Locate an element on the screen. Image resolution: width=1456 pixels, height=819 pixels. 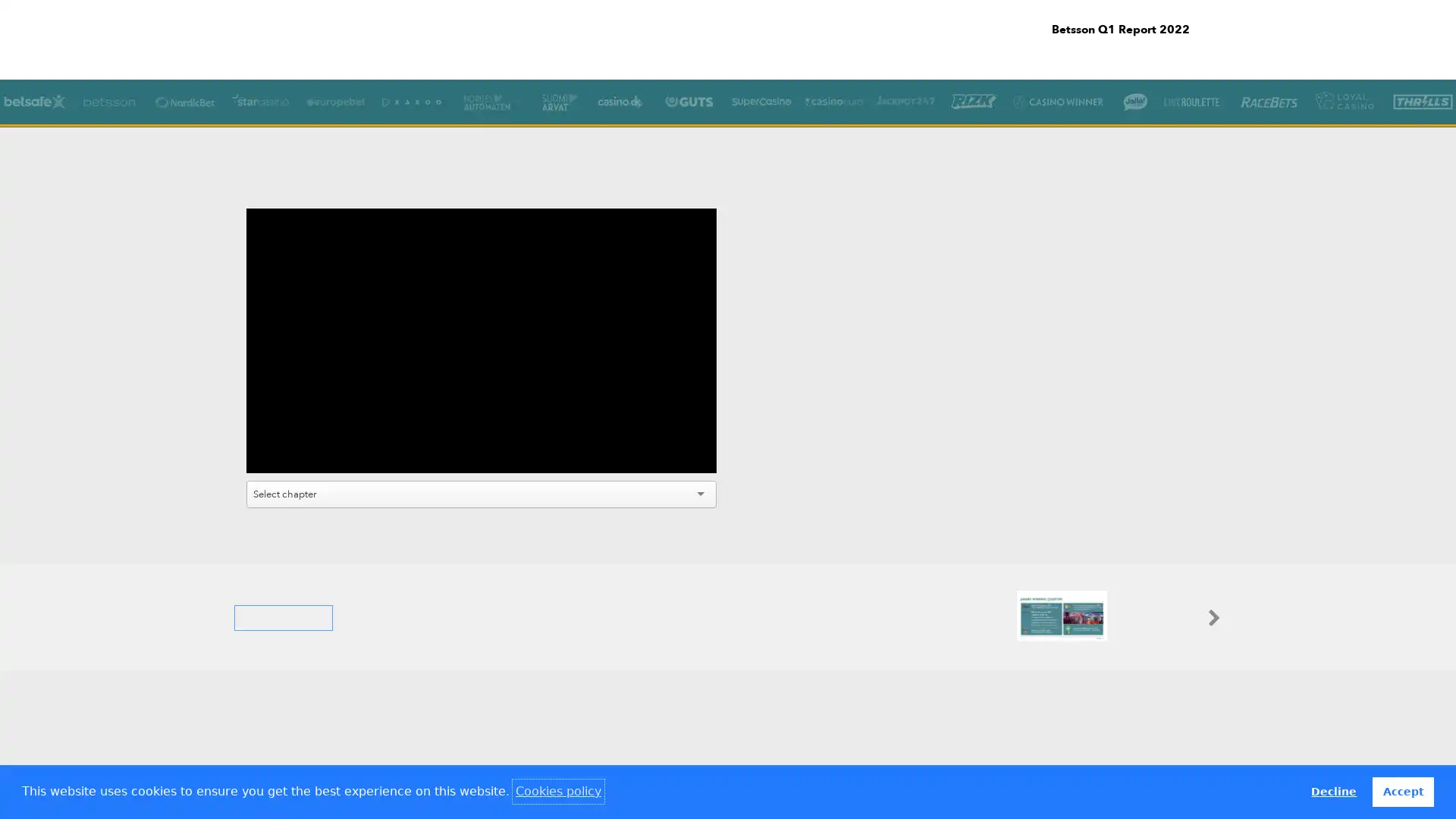
Settings is located at coordinates (669, 449).